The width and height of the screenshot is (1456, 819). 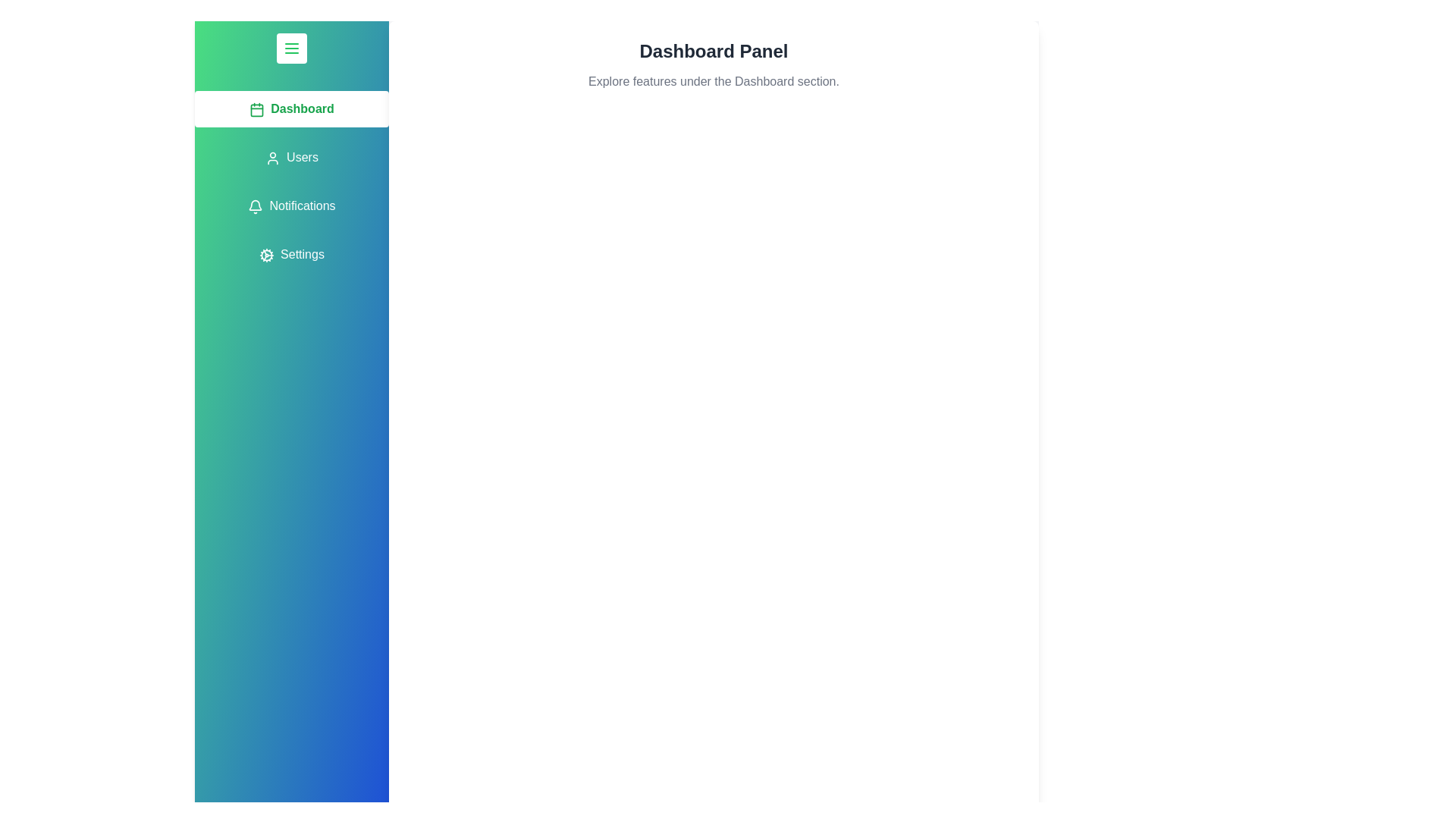 What do you see at coordinates (291, 108) in the screenshot?
I see `the tab labeled Dashboard from the menu` at bounding box center [291, 108].